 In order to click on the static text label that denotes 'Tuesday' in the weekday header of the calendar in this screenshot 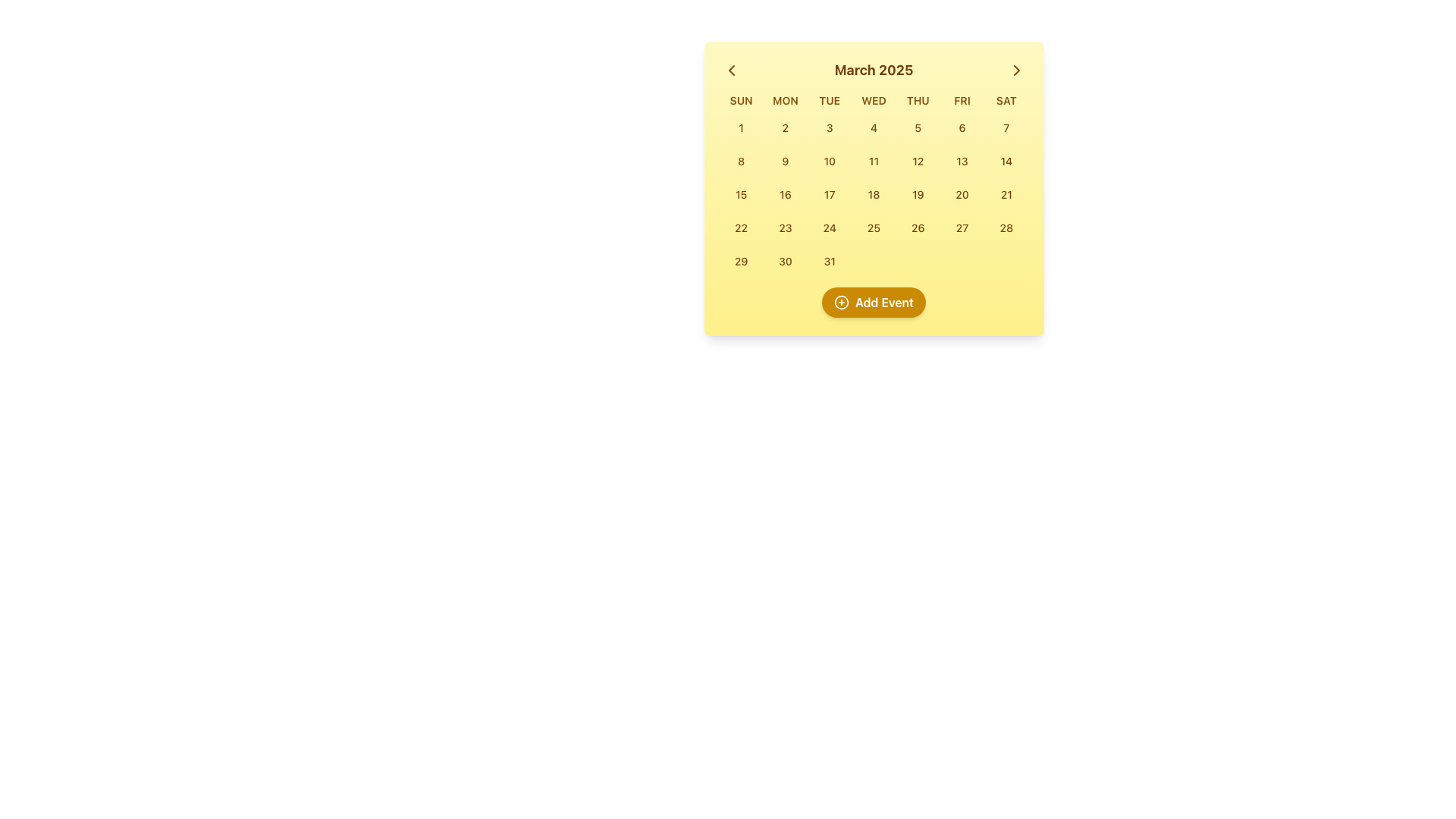, I will do `click(829, 100)`.